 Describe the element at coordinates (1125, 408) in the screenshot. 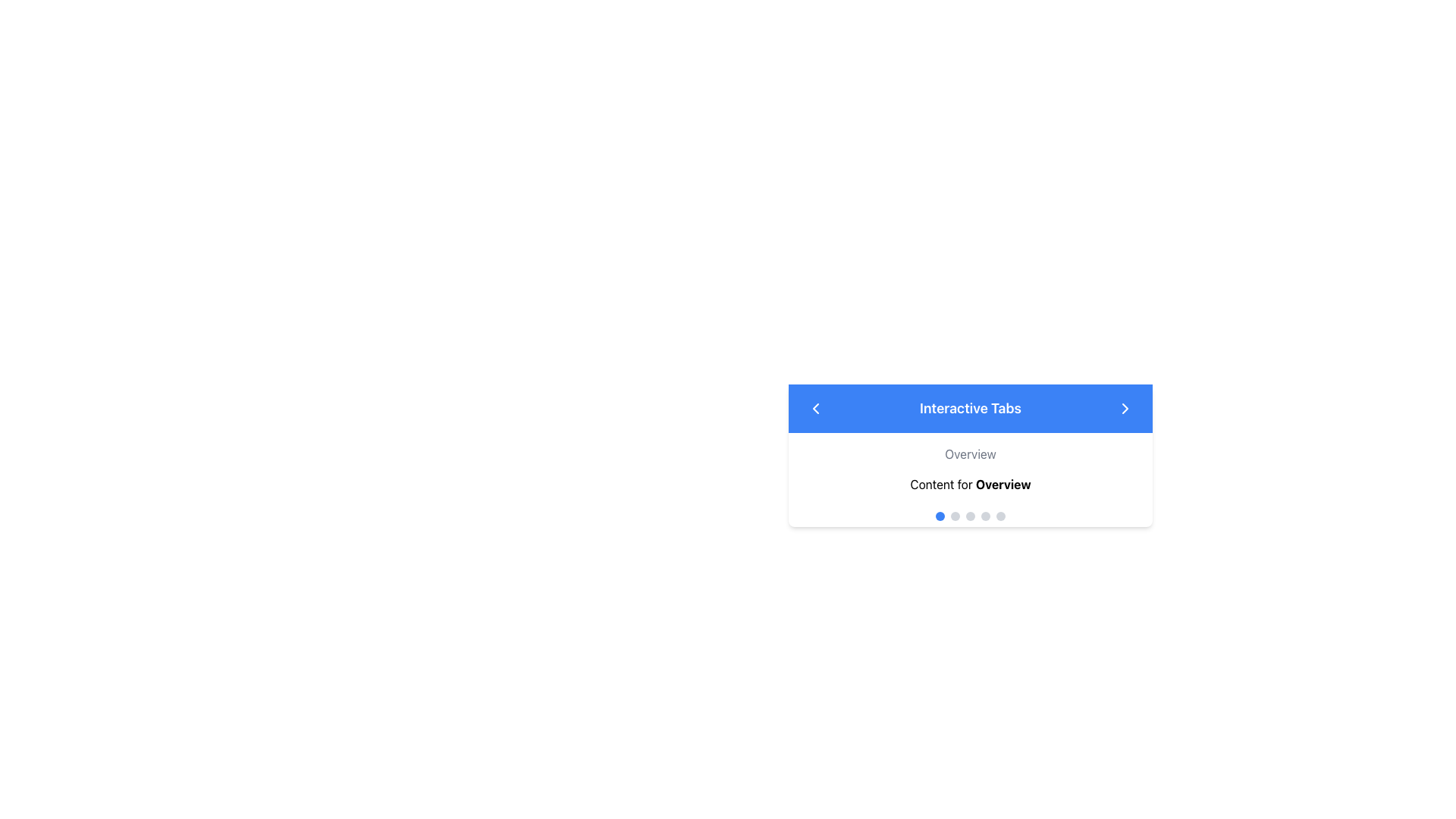

I see `the triangular arrow icon located in the blue header bar next to the text 'Interactive Tabs' to interact with it` at that location.